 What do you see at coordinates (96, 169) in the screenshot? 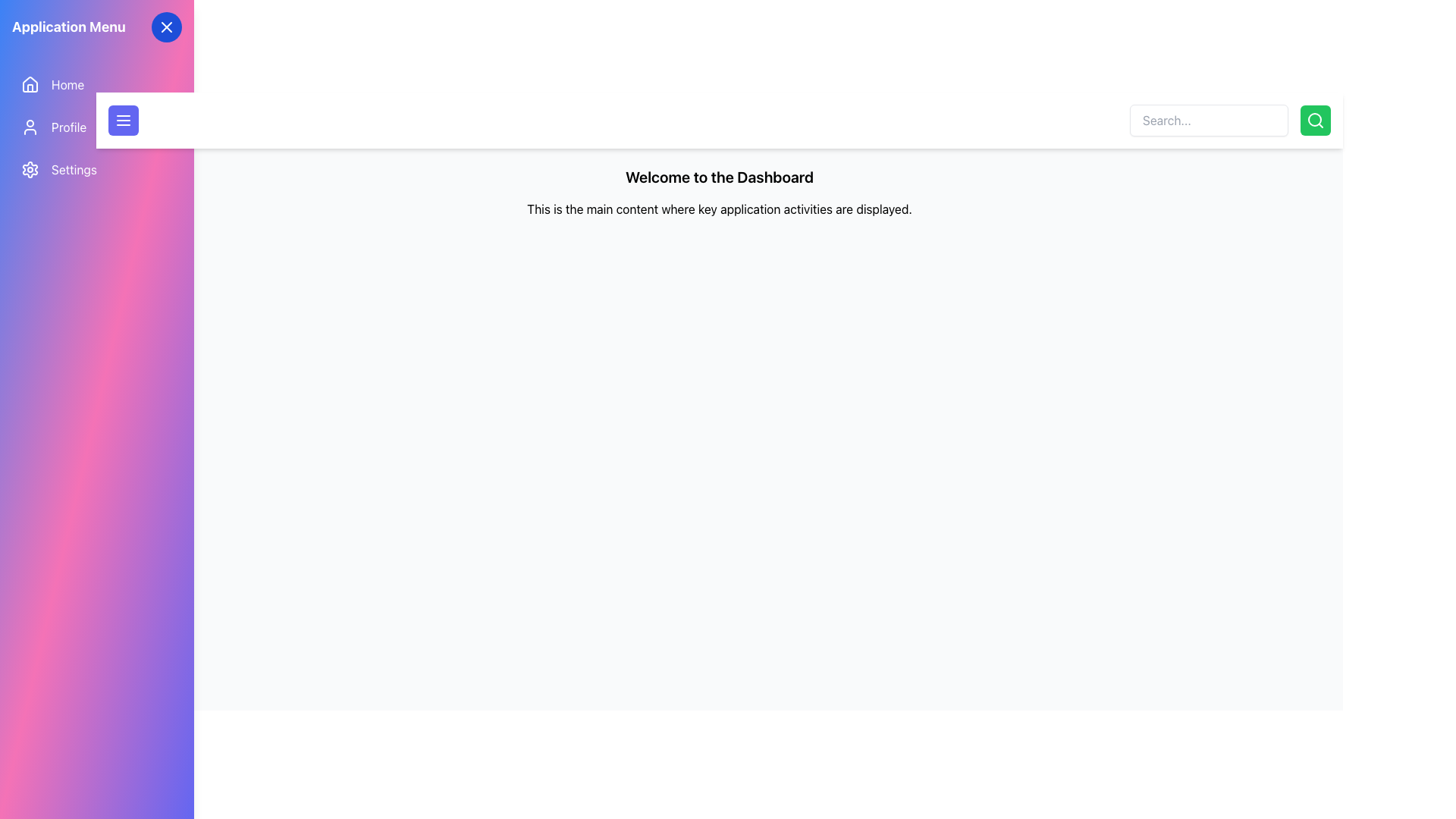
I see `the settings button in the left sidebar menu, which is the third item below the 'Profile' button, to observe the visual hover effect` at bounding box center [96, 169].